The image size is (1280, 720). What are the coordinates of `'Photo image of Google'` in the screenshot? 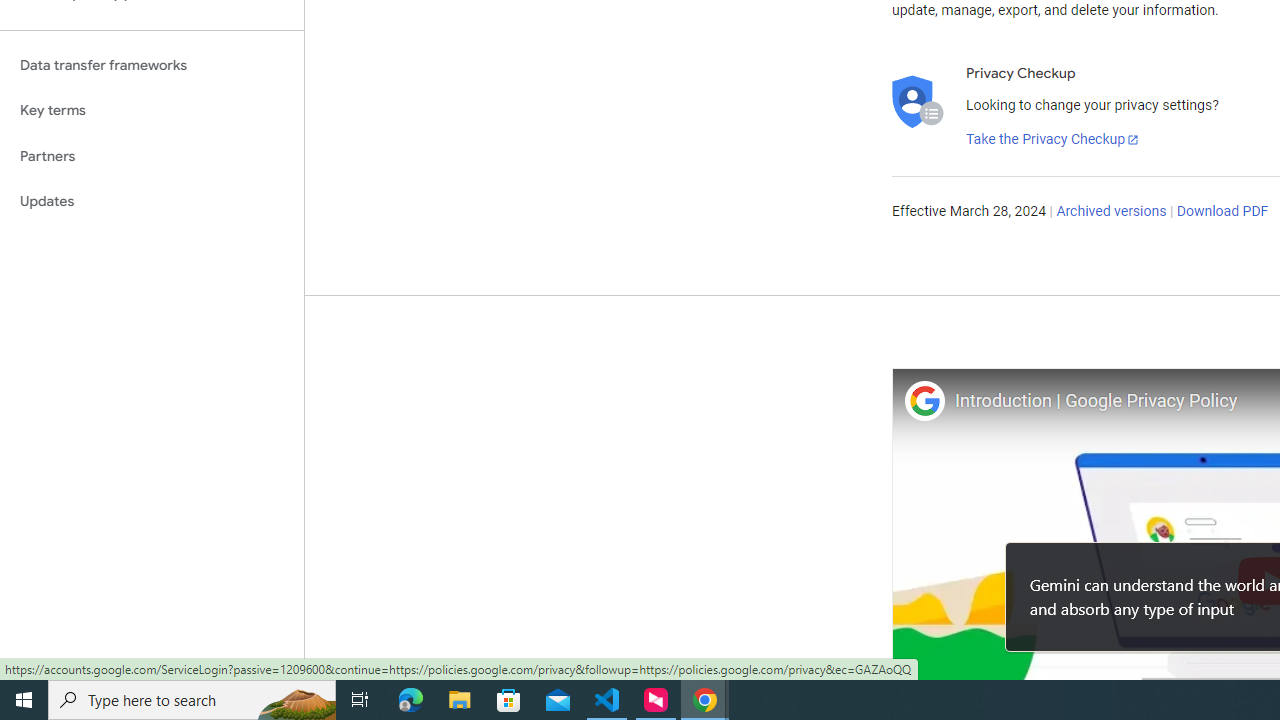 It's located at (923, 400).